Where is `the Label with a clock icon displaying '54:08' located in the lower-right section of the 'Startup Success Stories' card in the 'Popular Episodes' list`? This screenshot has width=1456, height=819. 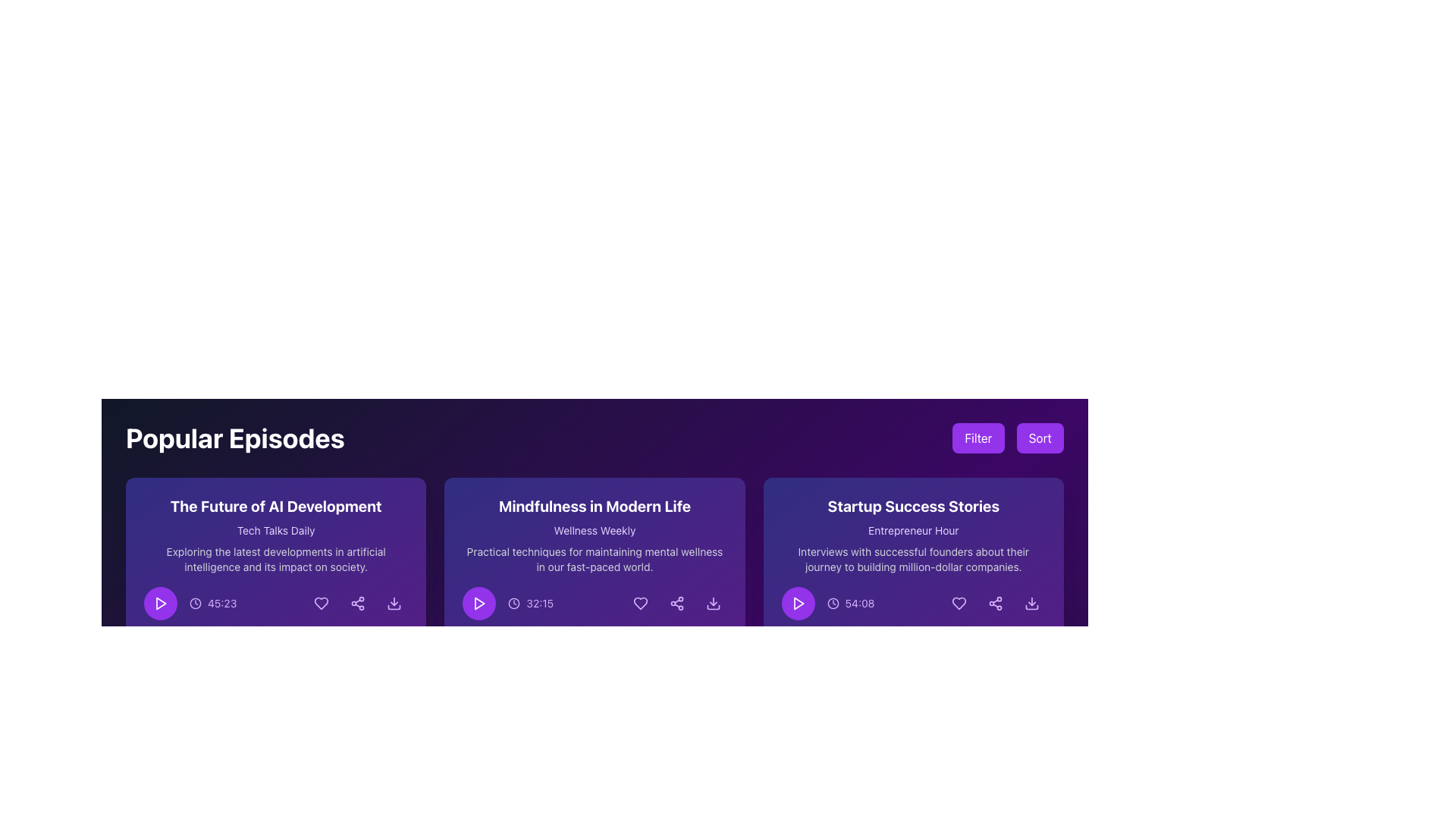
the Label with a clock icon displaying '54:08' located in the lower-right section of the 'Startup Success Stories' card in the 'Popular Episodes' list is located at coordinates (851, 602).